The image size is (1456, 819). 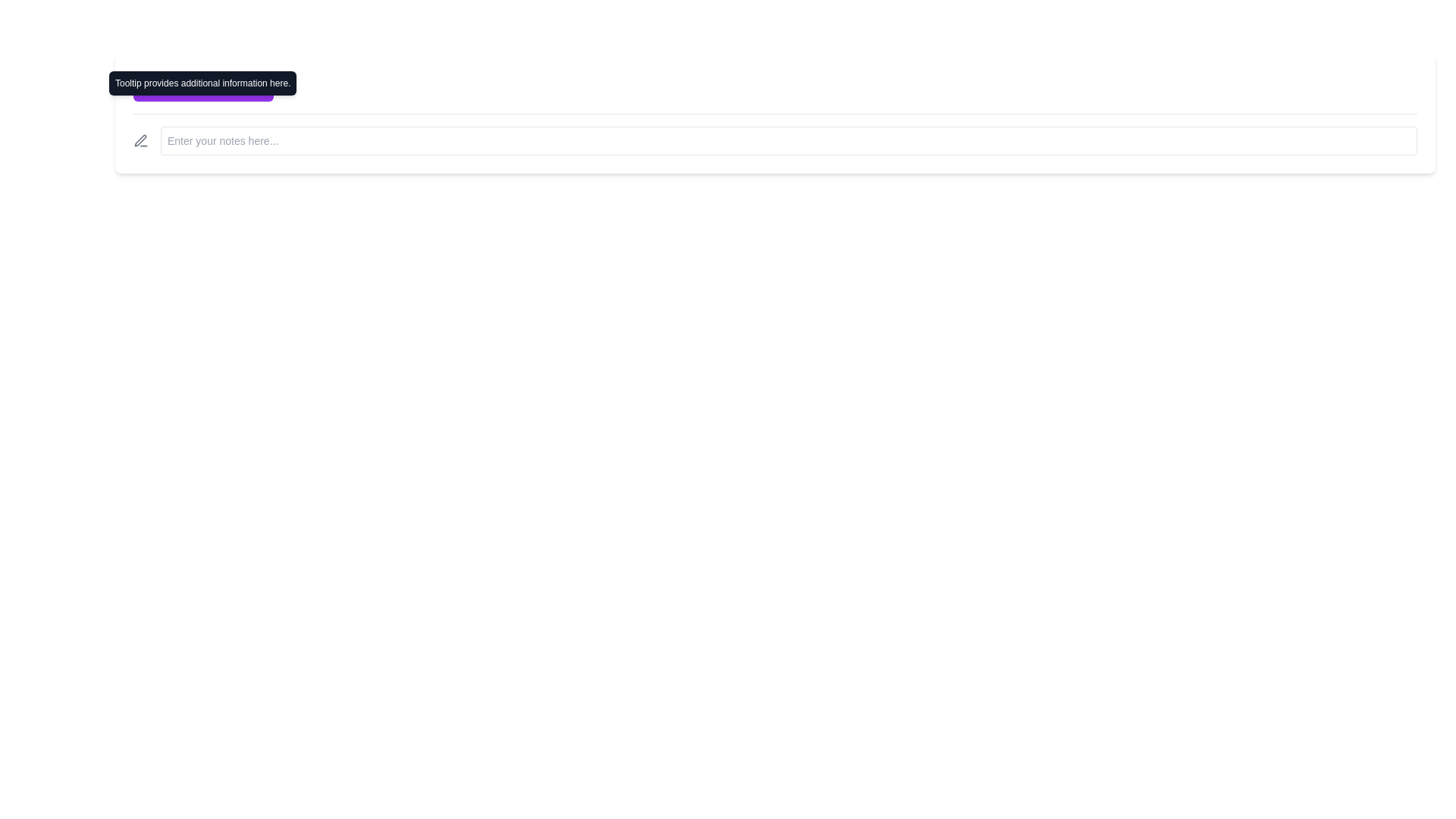 I want to click on the circular 'info' icon with a purple stroke, positioned to the left of the 'Hover for Info' button, so click(x=152, y=86).